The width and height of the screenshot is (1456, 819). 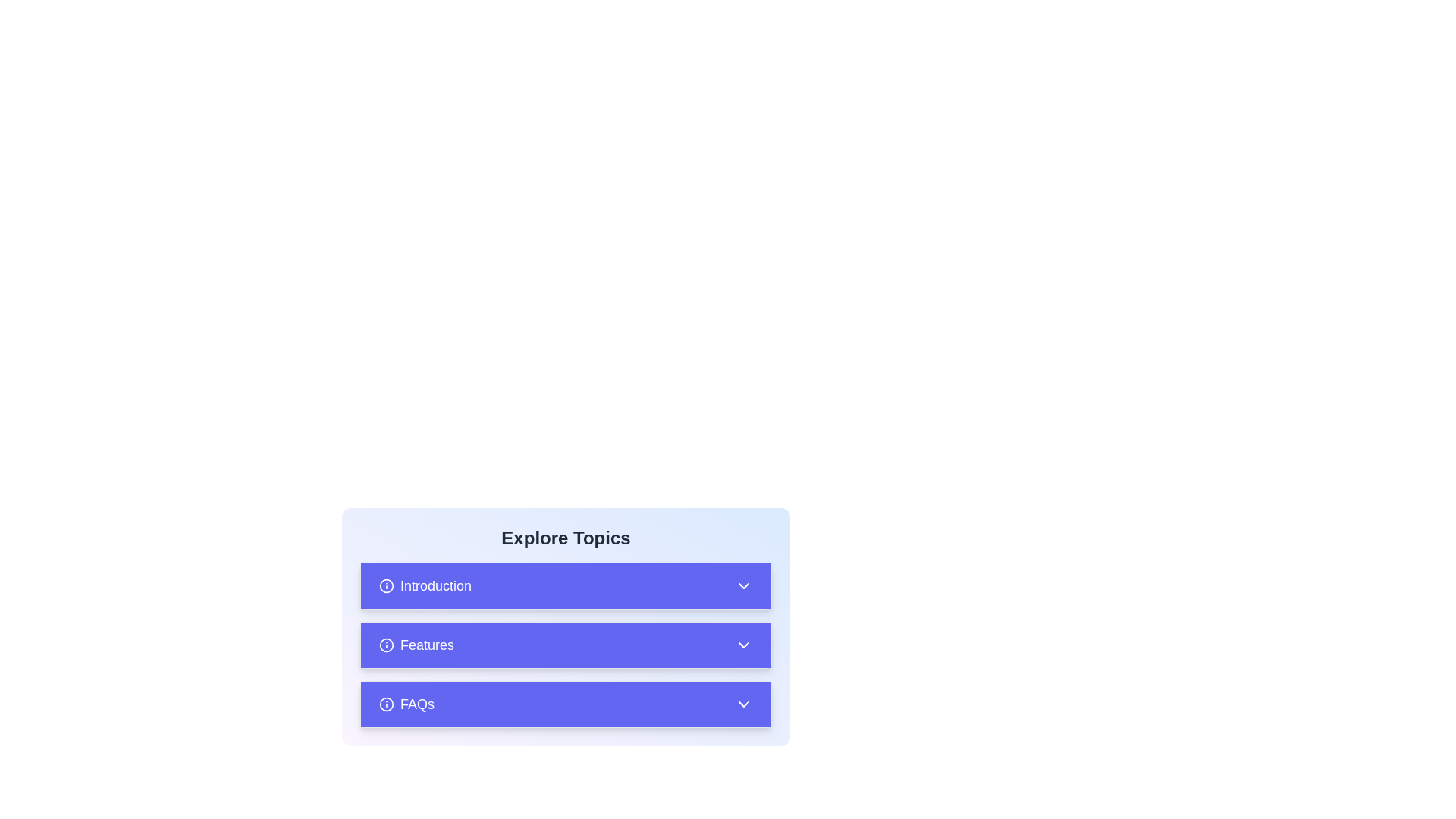 What do you see at coordinates (743, 645) in the screenshot?
I see `the downward-facing chevron icon within the 'Features' section` at bounding box center [743, 645].